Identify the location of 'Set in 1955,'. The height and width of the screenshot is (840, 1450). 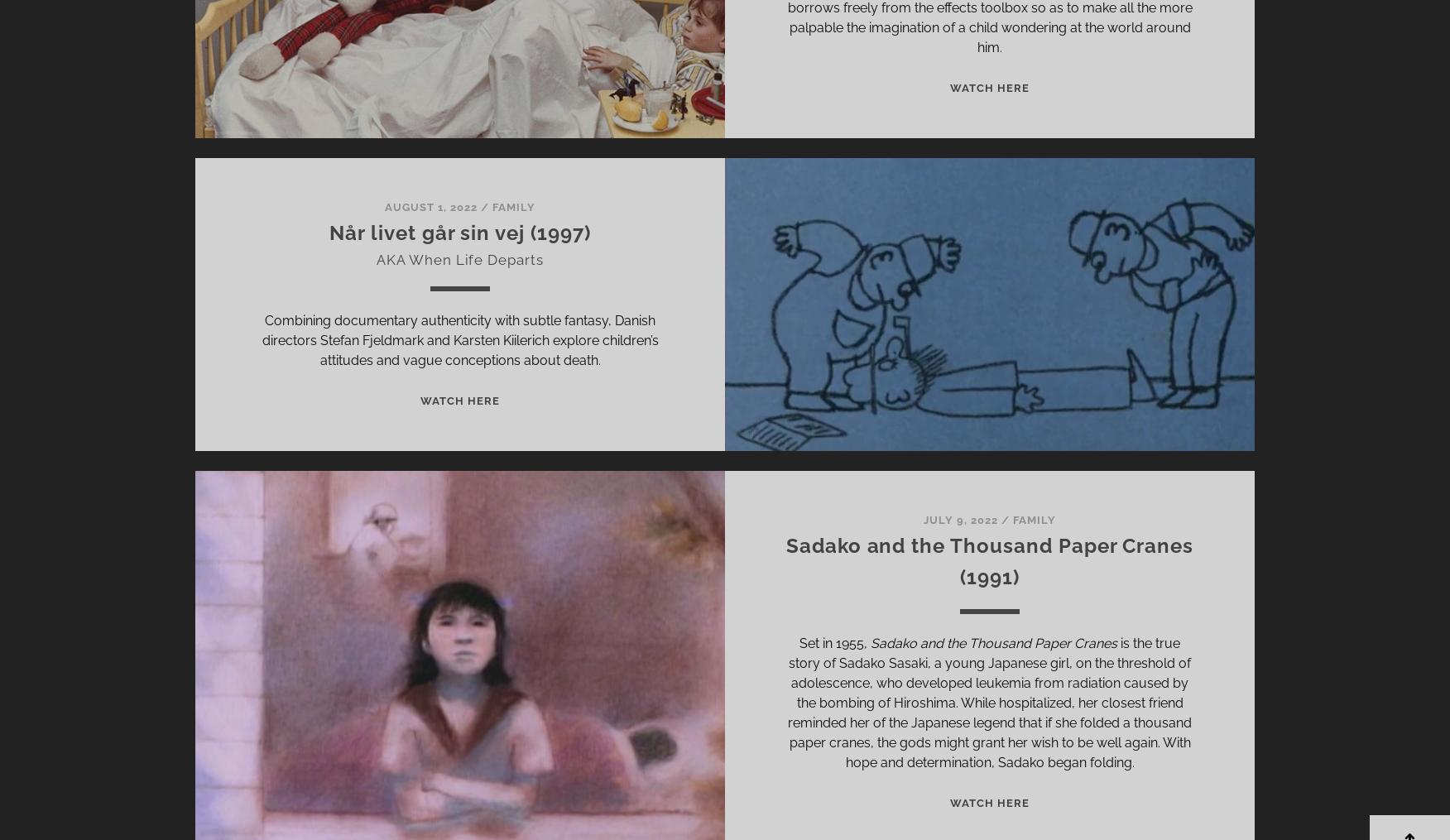
(833, 641).